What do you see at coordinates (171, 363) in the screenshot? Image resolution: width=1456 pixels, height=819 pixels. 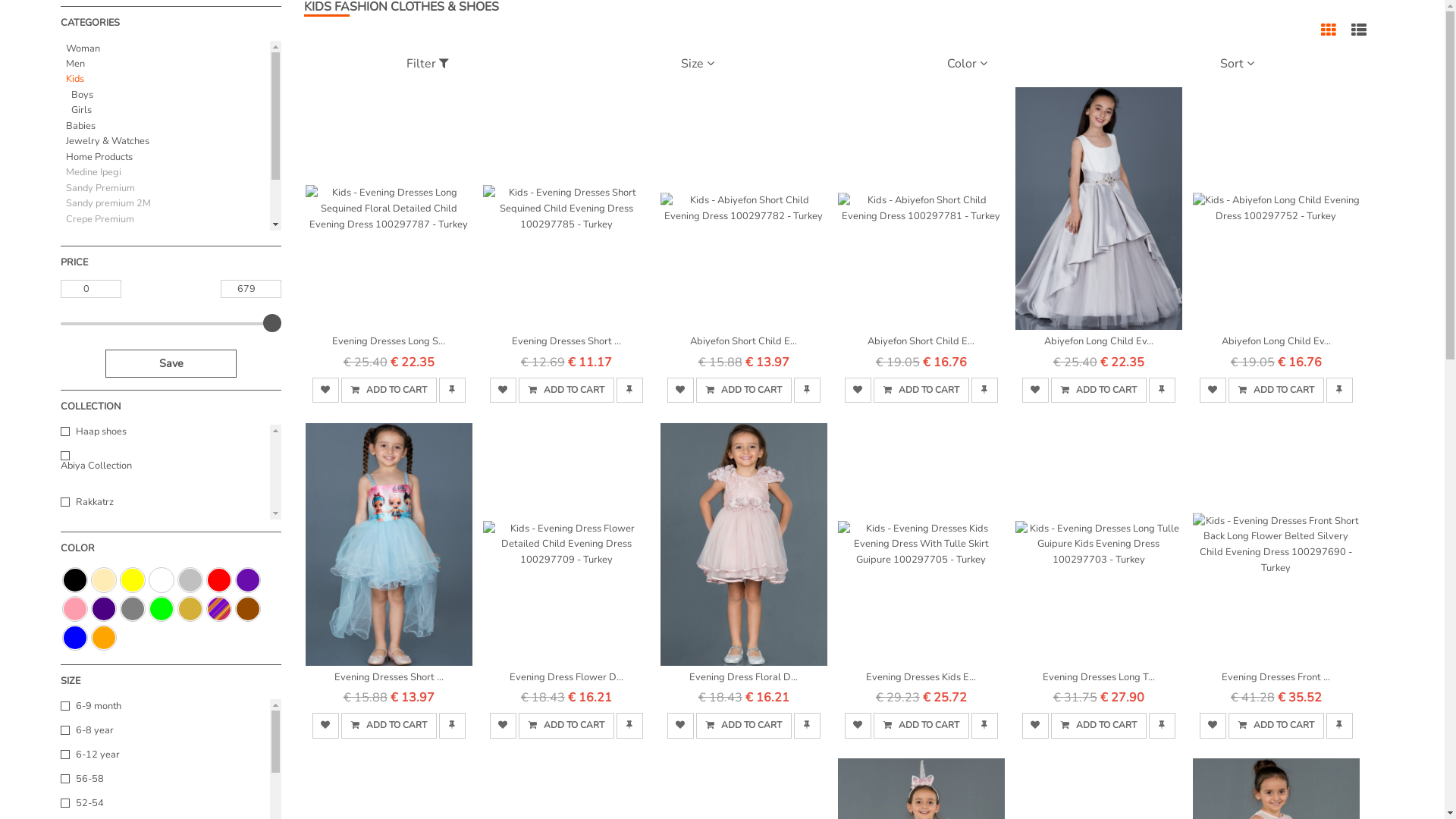 I see `'Save'` at bounding box center [171, 363].